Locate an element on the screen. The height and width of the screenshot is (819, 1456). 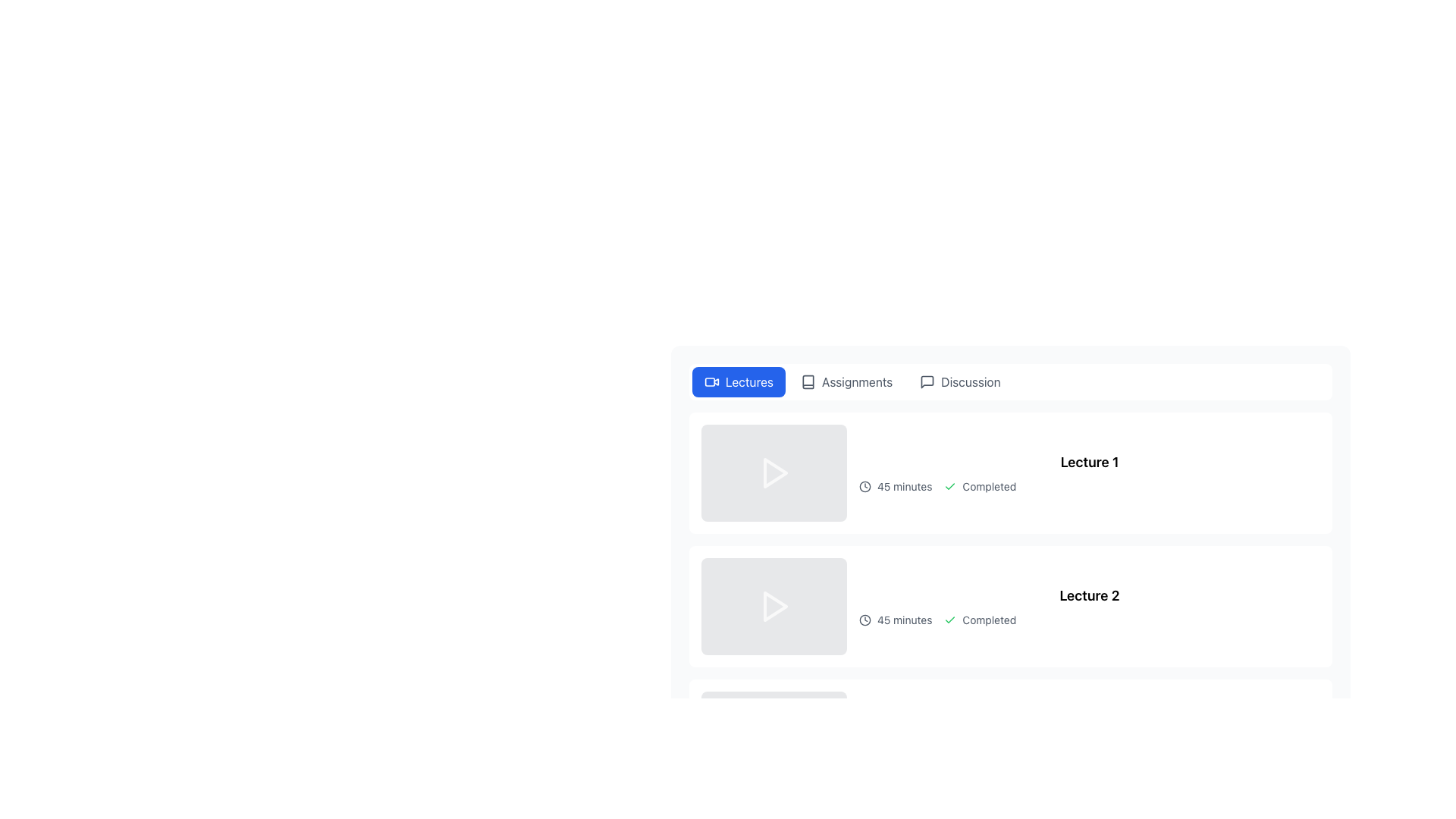
the green checkmark icon located after the text '45 minutes' and before 'Completed', which is styled with a circular stroke and a check shape inside is located at coordinates (949, 486).